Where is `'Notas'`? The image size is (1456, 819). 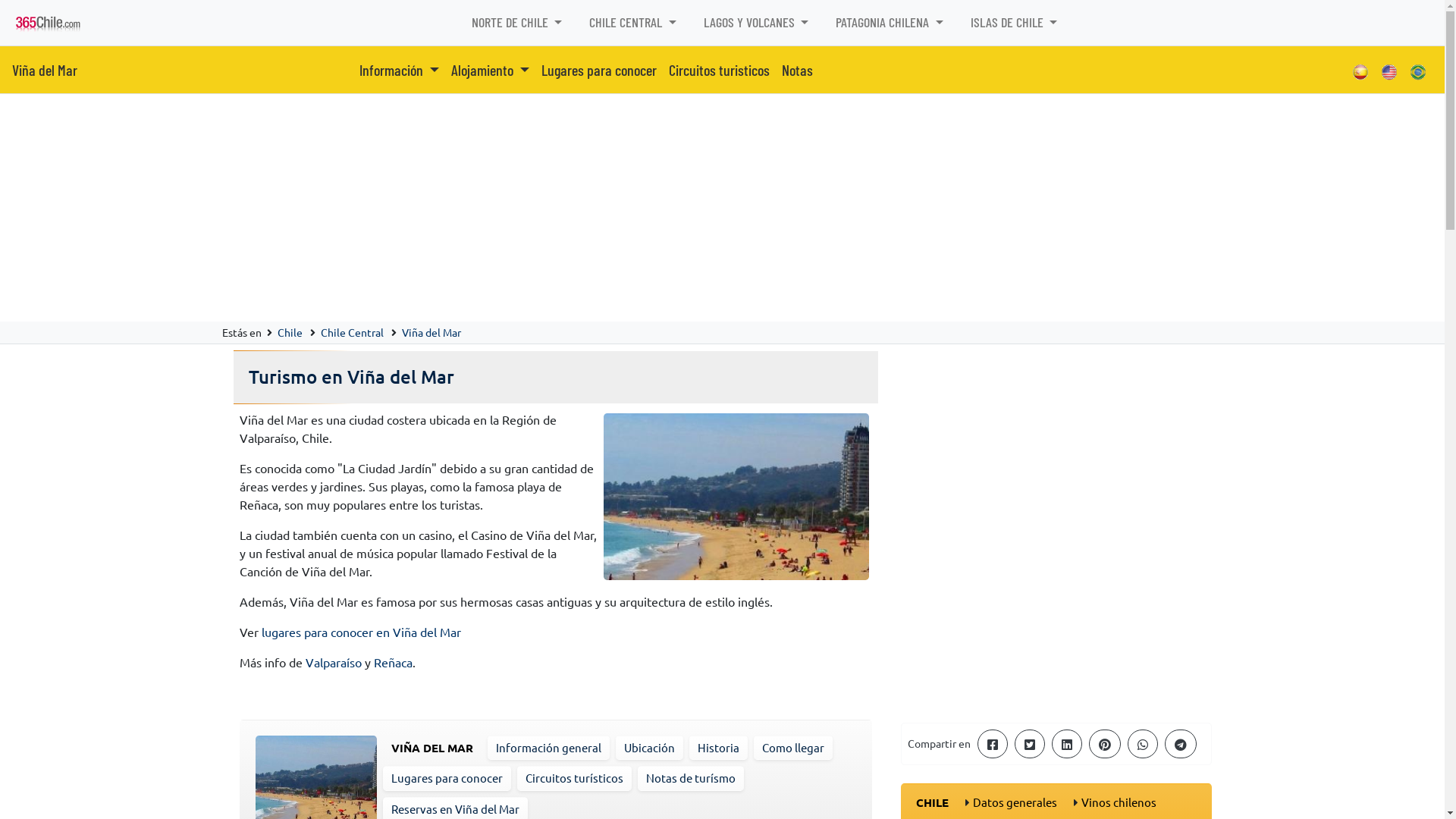 'Notas' is located at coordinates (796, 70).